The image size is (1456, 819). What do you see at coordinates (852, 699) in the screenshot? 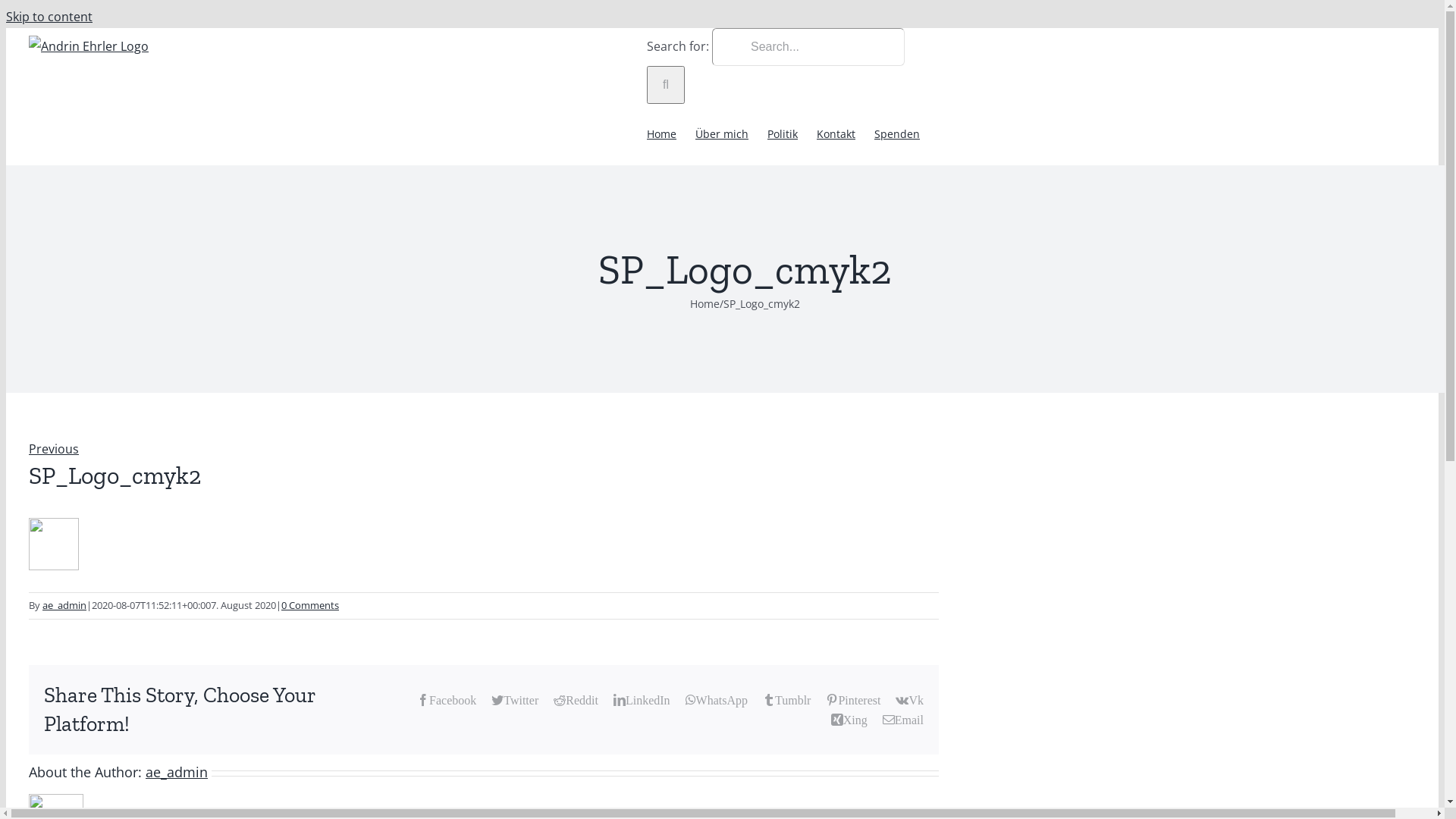
I see `'Pinterest'` at bounding box center [852, 699].